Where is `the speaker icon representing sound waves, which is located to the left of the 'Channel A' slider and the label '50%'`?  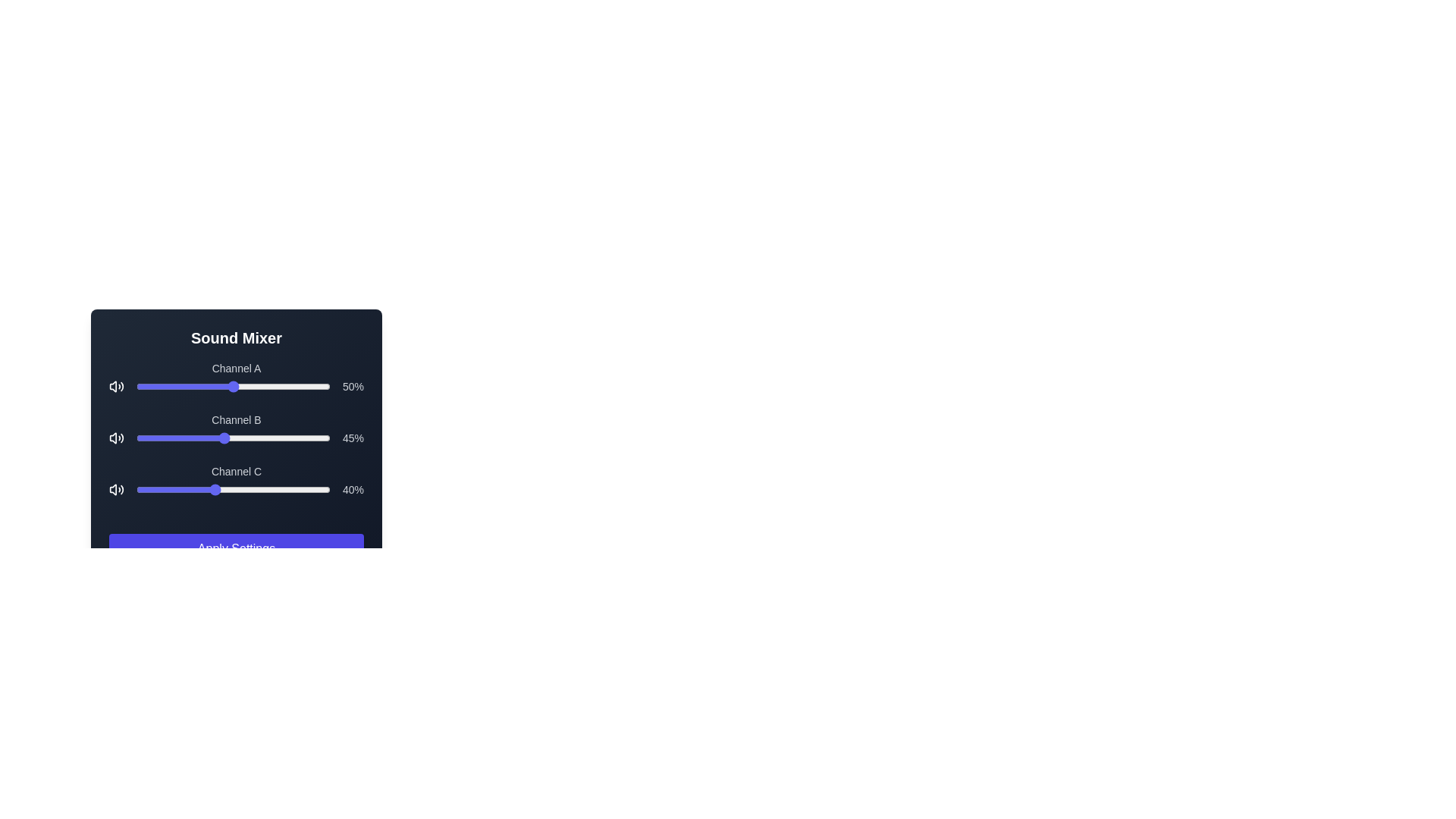
the speaker icon representing sound waves, which is located to the left of the 'Channel A' slider and the label '50%' is located at coordinates (115, 385).